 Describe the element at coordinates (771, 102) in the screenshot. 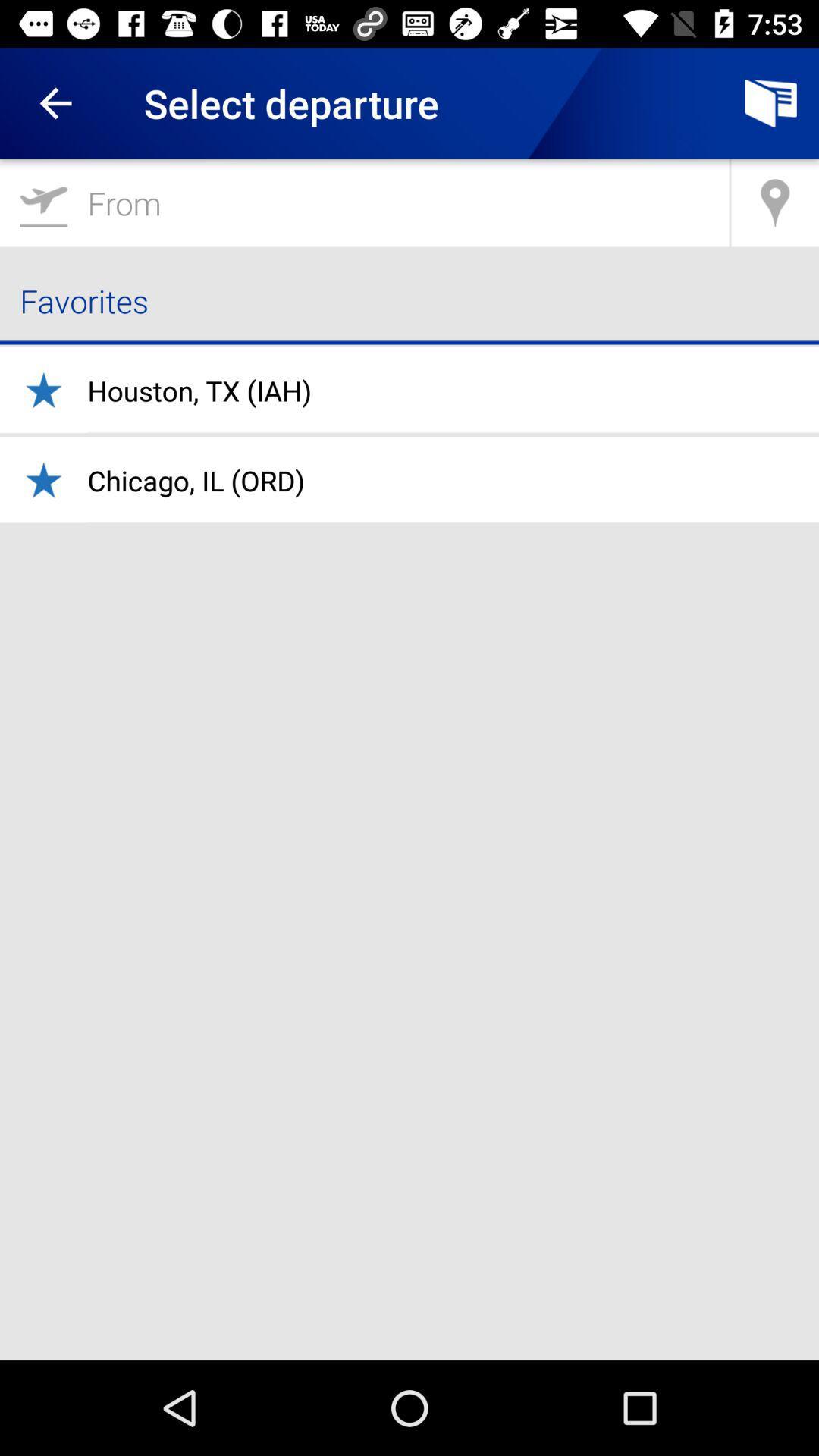

I see `the icon next to select departure item` at that location.